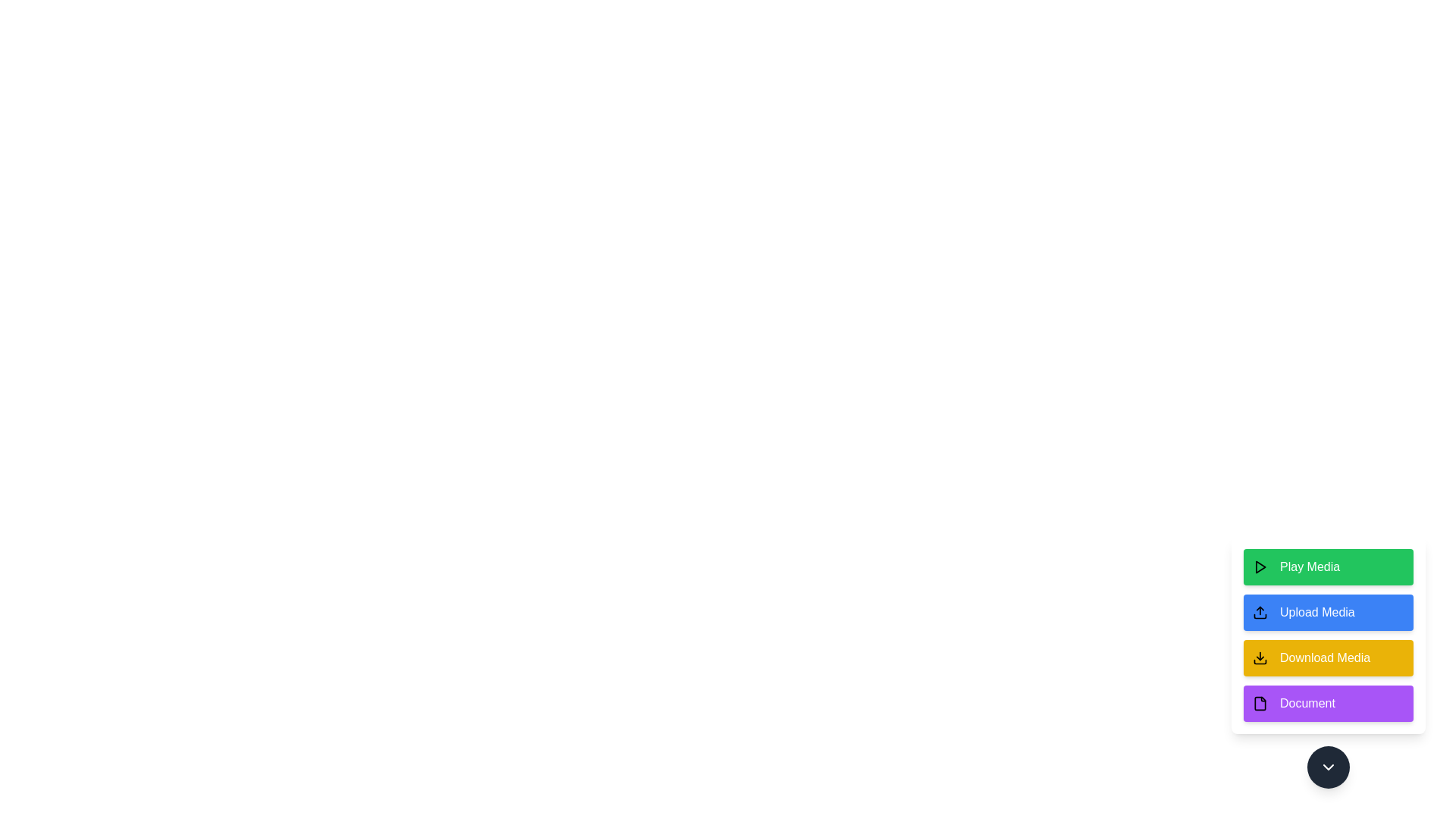 The width and height of the screenshot is (1456, 819). What do you see at coordinates (1328, 767) in the screenshot?
I see `the toggle button to change the visibility of the MediaOptionsPanel` at bounding box center [1328, 767].